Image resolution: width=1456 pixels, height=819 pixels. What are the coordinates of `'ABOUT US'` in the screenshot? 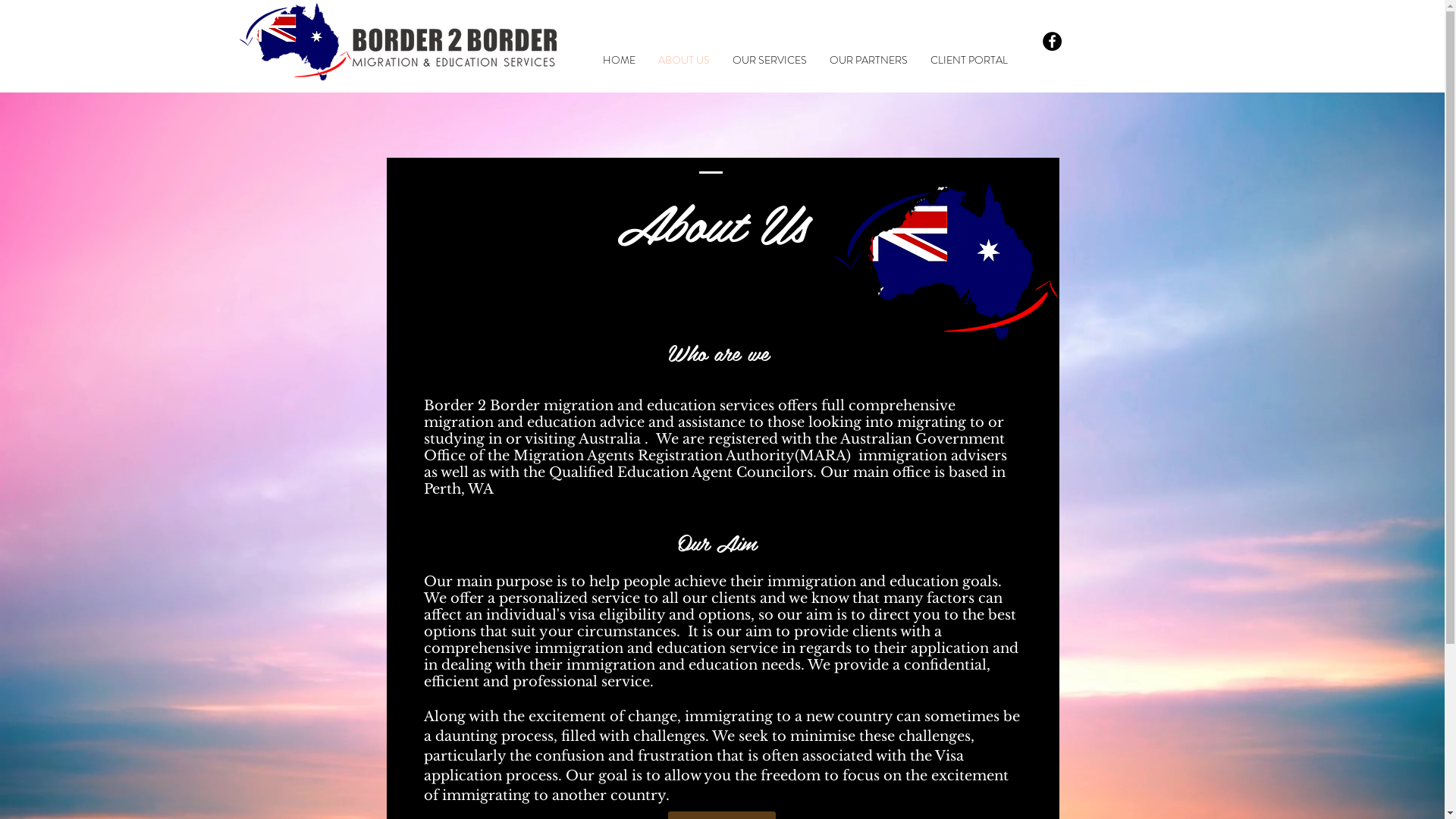 It's located at (682, 59).